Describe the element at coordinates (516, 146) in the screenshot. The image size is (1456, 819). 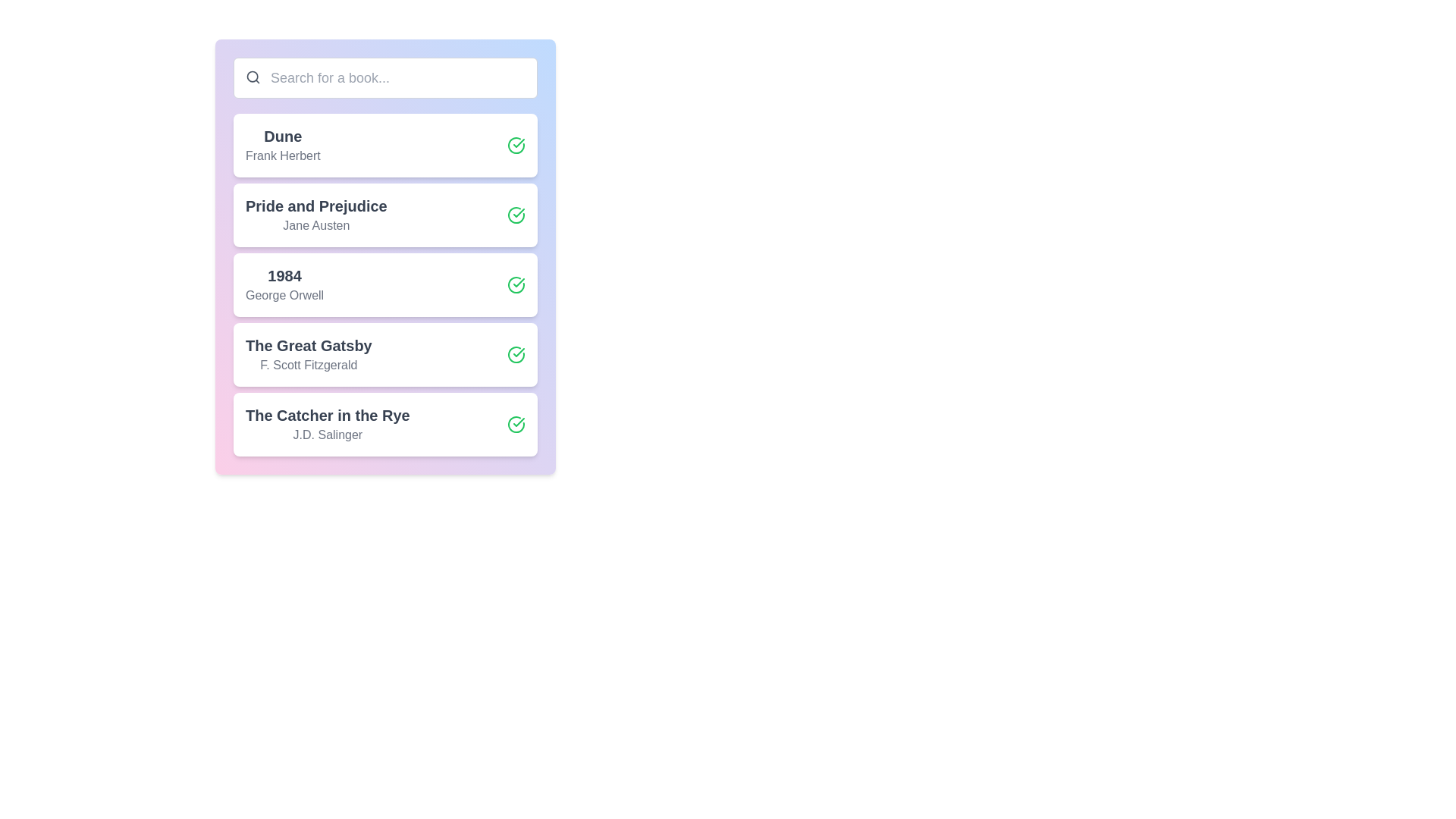
I see `the green circular icon with a checkmark inside, located to the far right of the list item labeled 'Dune' by 'Frank Herbert'` at that location.